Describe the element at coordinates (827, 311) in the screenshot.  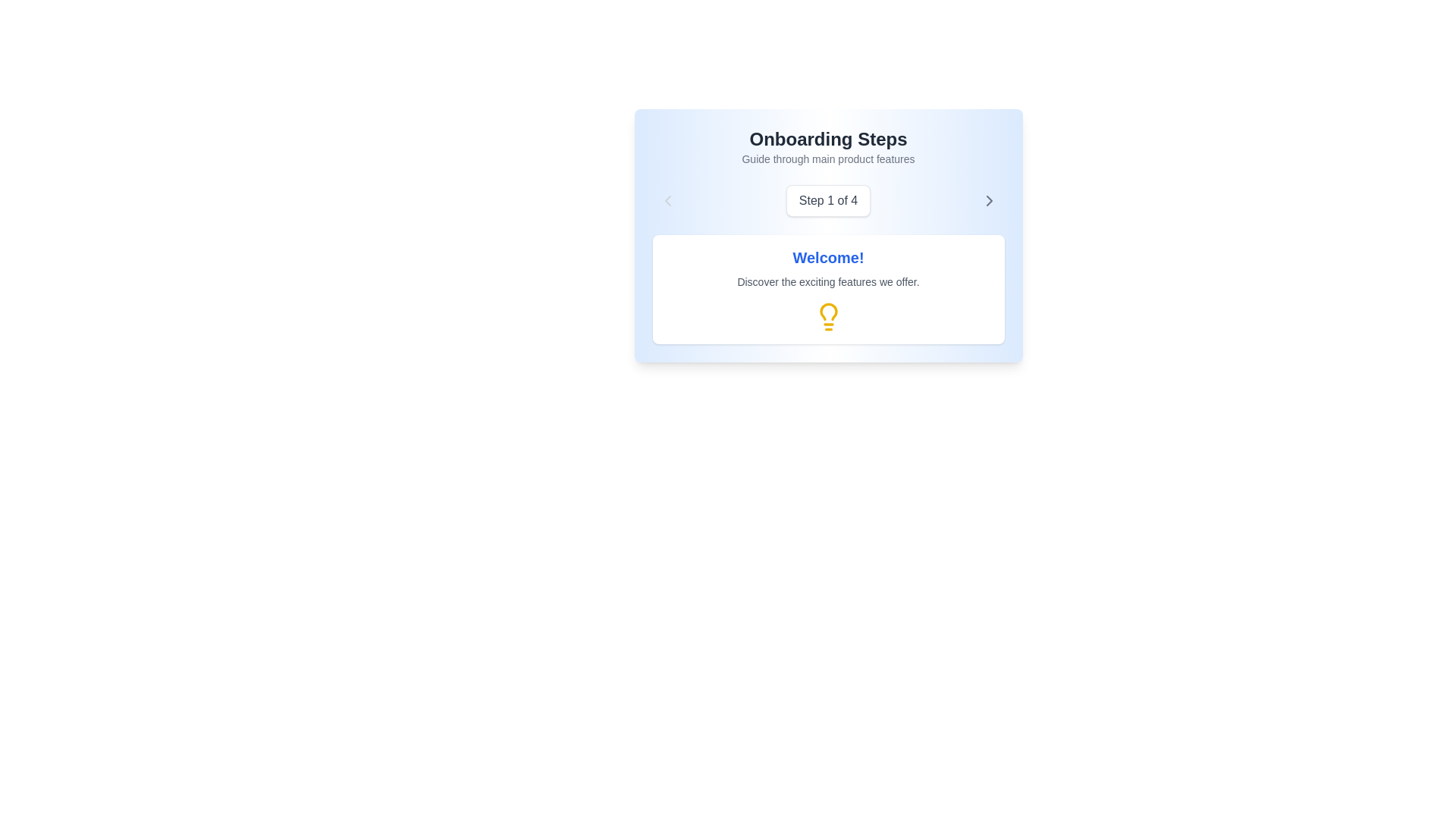
I see `the topmost segment of the lightbulb icon located centrally within the onboarding card beneath the text 'Welcome!'` at that location.